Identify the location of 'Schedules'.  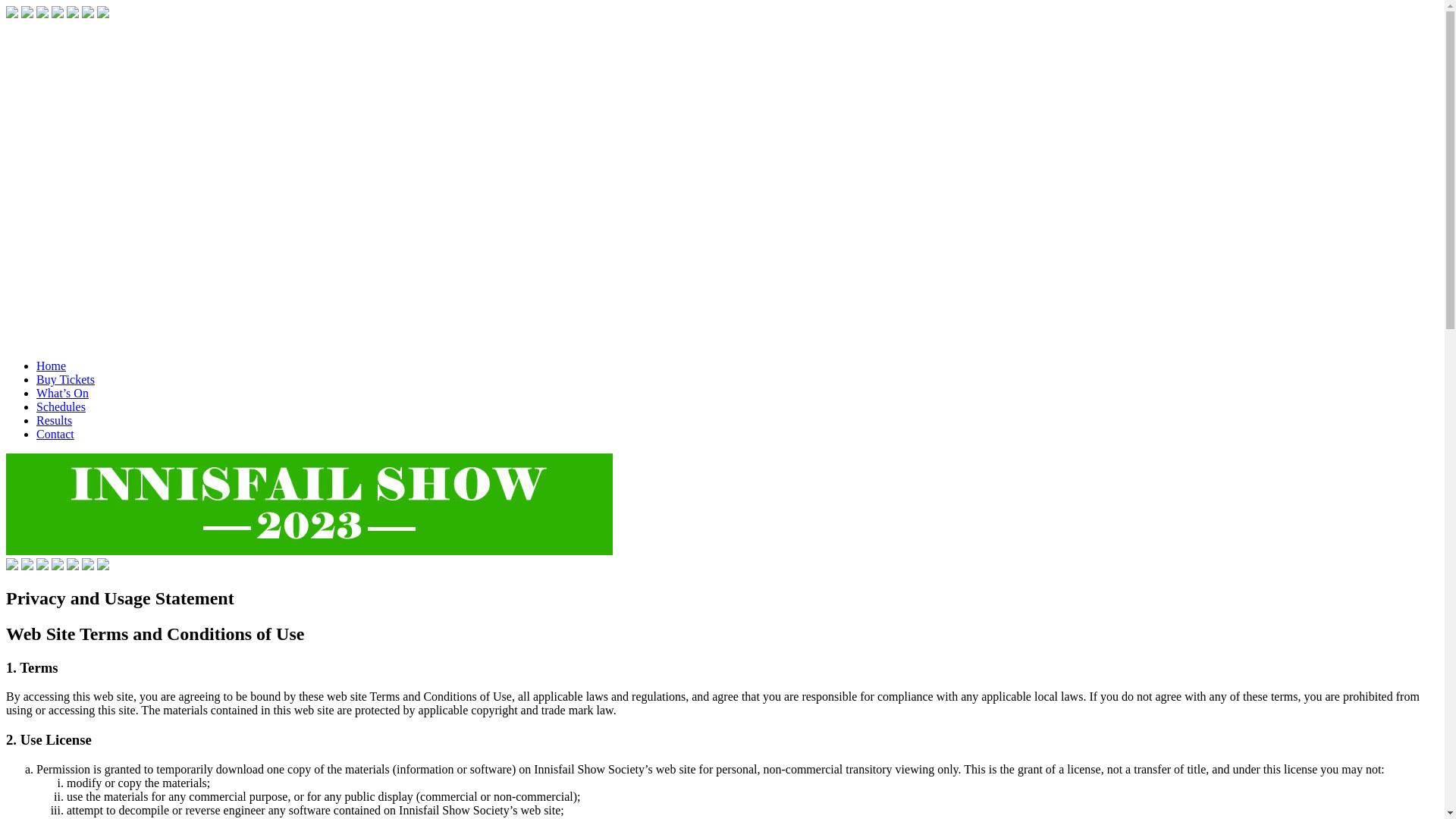
(36, 406).